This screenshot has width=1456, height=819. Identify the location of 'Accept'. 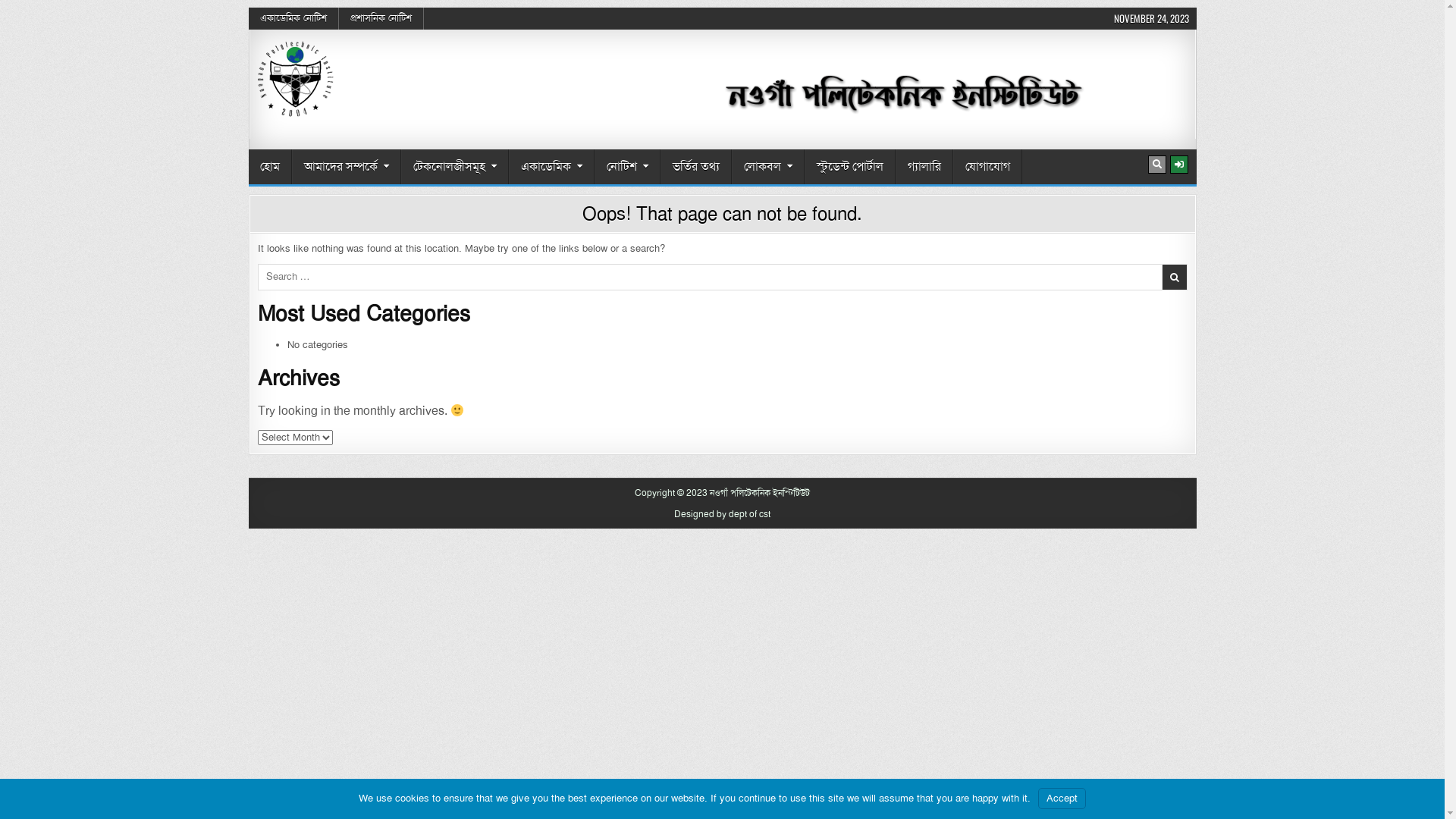
(1061, 798).